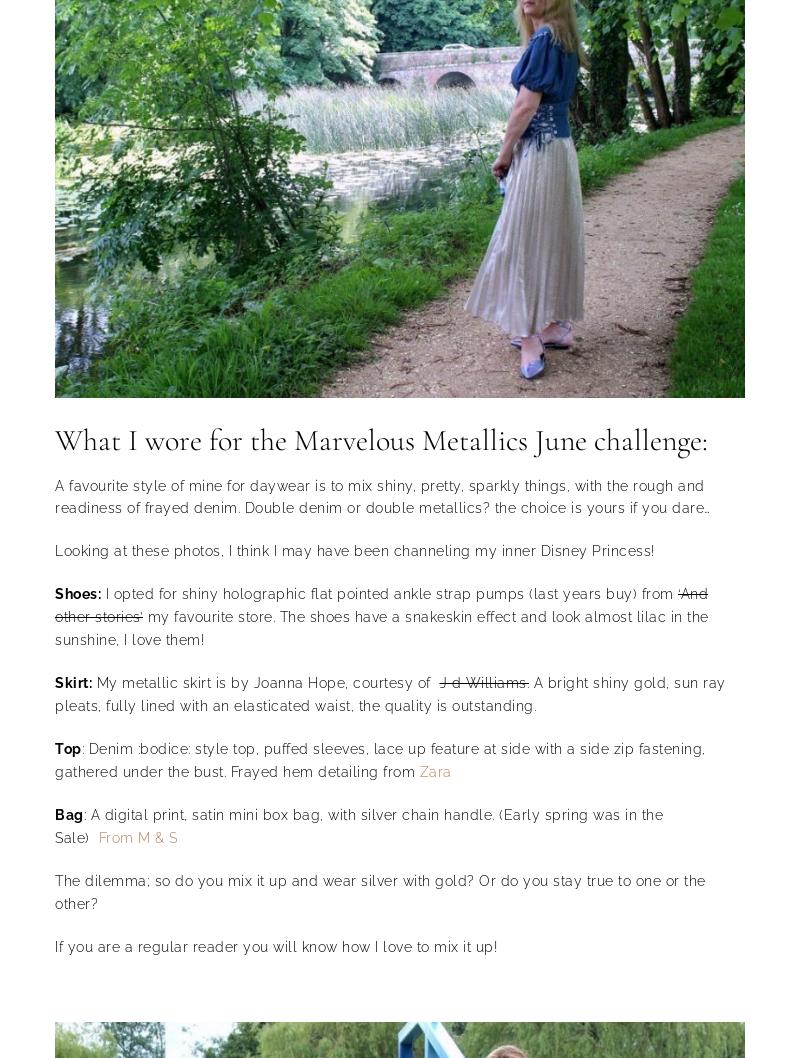 This screenshot has height=1058, width=800. I want to click on 'From M & S', so click(137, 835).